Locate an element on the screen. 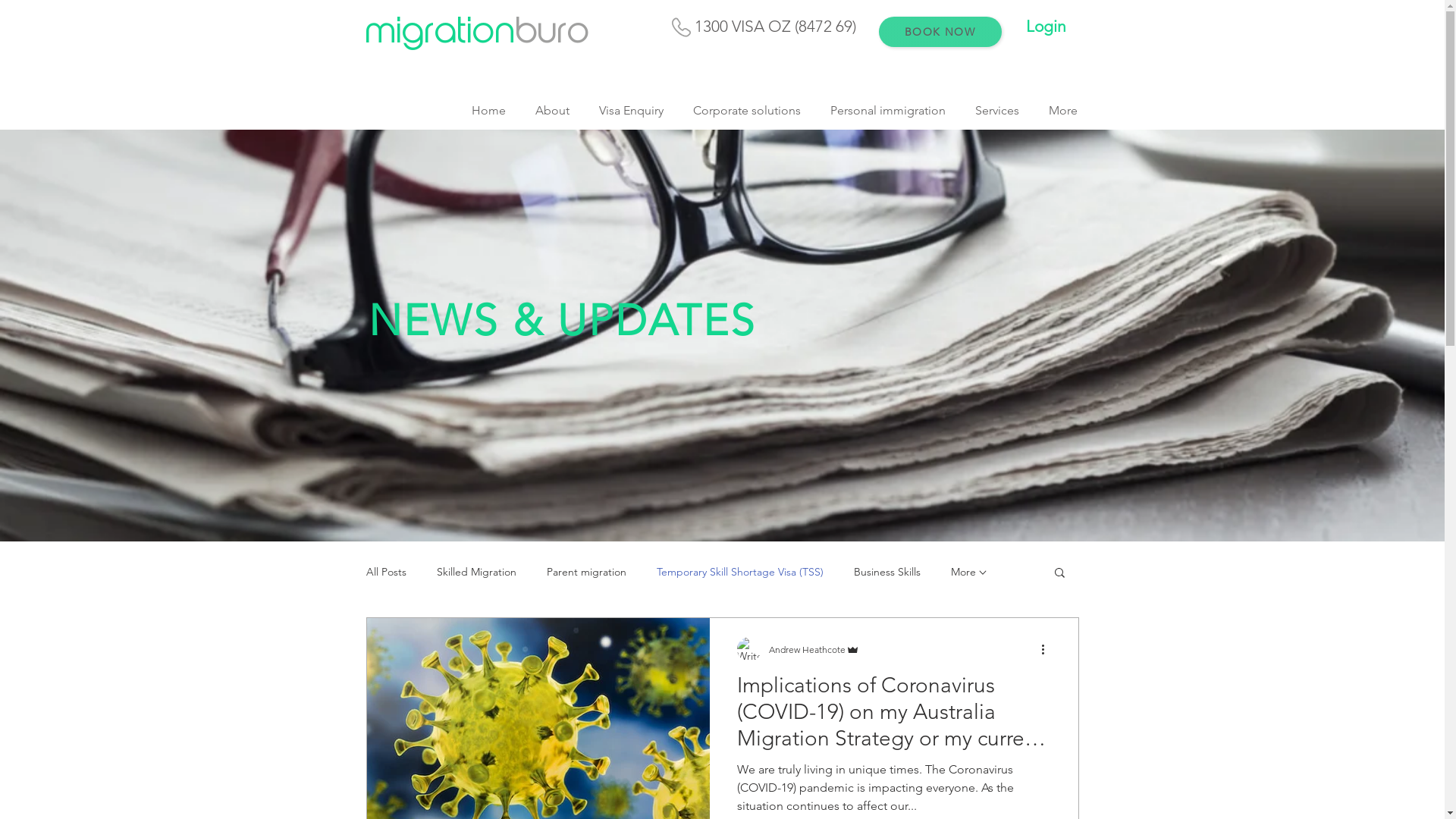  'migration' is located at coordinates (439, 33).